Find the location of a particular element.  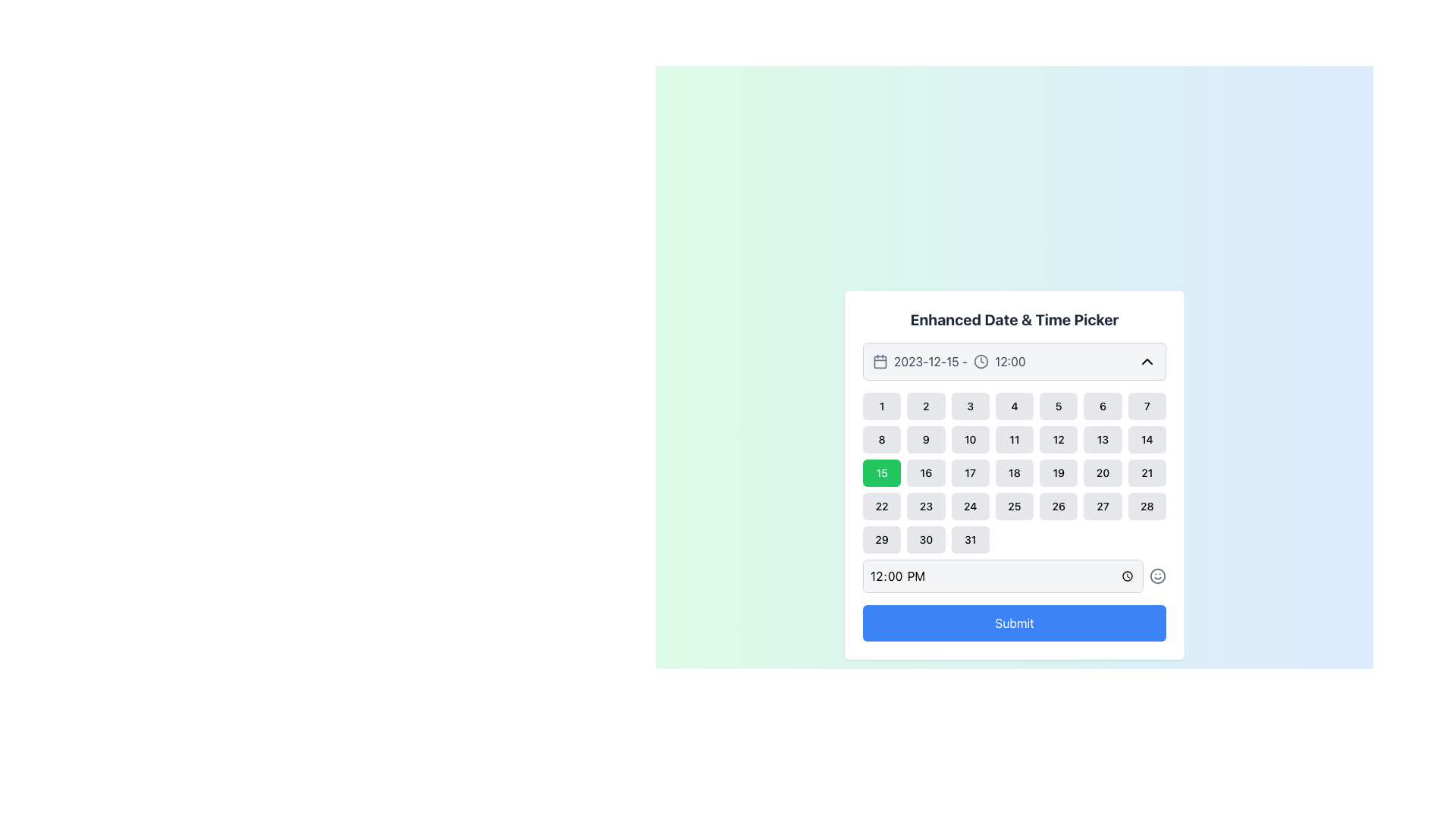

the time text within the Enhanced Date & Time Picker element is located at coordinates (1015, 362).